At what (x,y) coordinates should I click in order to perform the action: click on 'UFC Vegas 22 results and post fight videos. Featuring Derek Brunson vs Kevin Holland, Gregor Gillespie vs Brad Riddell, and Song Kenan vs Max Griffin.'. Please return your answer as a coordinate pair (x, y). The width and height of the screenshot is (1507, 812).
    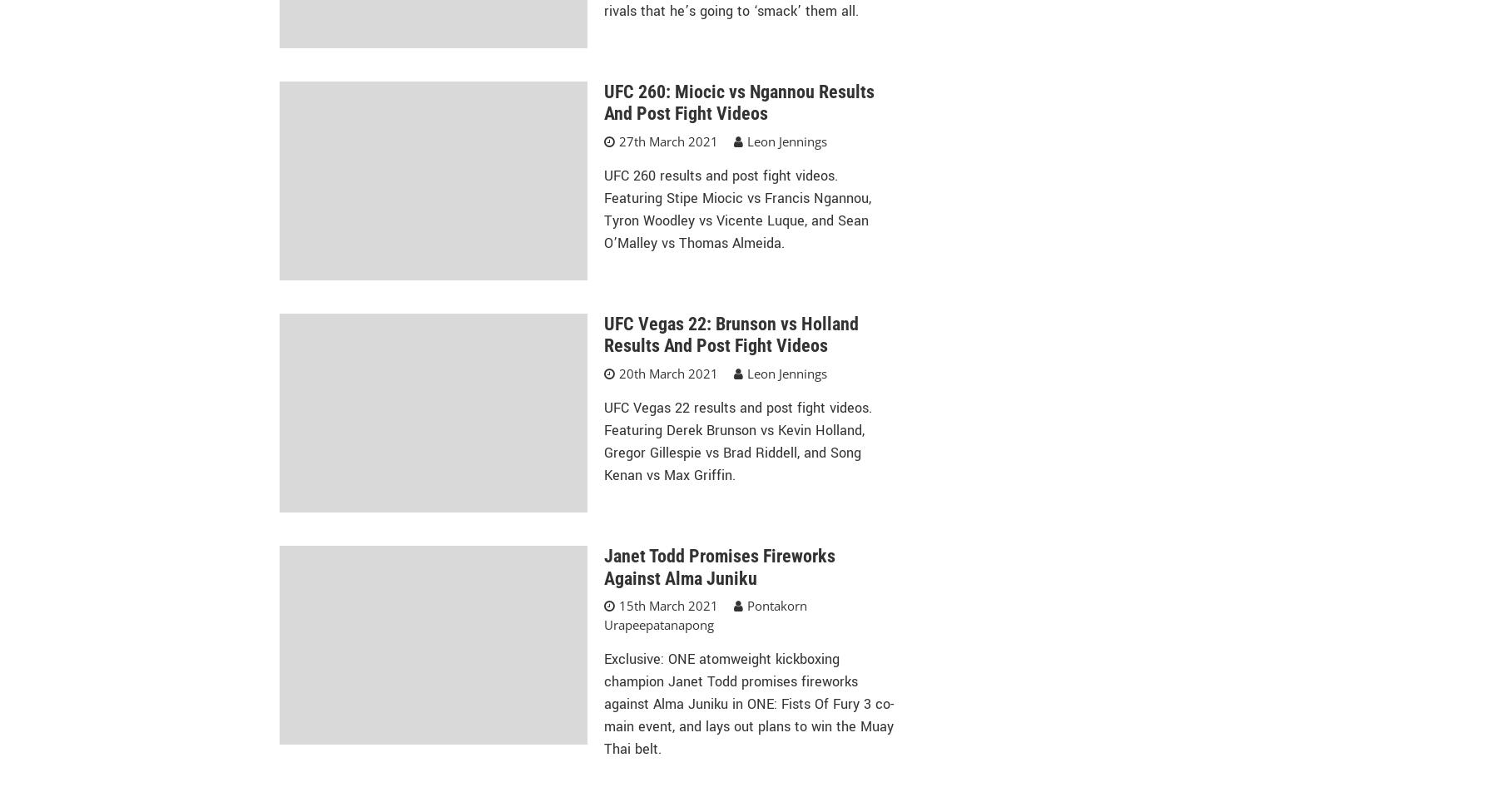
    Looking at the image, I should click on (736, 442).